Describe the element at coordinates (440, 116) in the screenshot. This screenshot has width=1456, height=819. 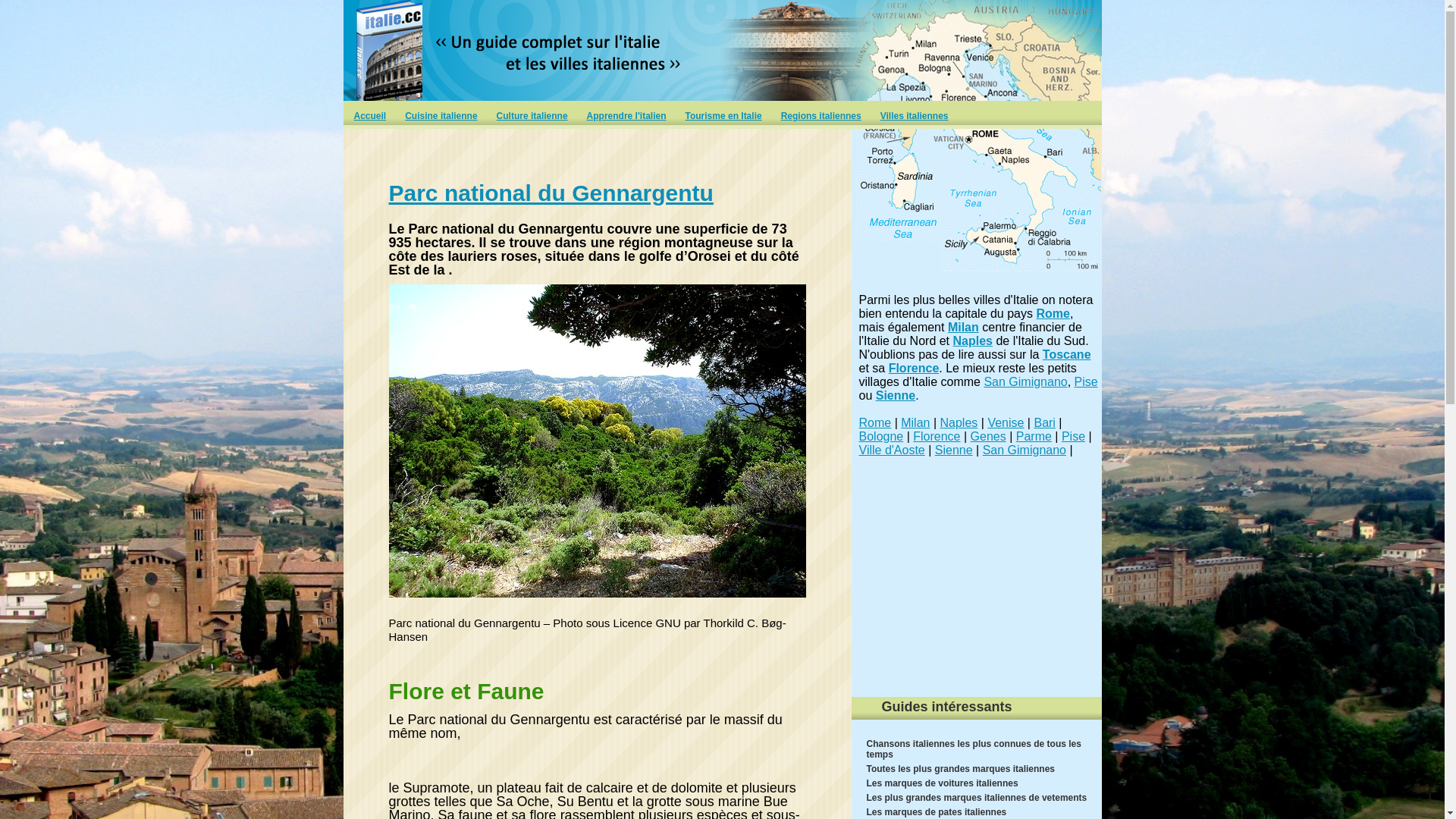
I see `'Cuisine italienne'` at that location.